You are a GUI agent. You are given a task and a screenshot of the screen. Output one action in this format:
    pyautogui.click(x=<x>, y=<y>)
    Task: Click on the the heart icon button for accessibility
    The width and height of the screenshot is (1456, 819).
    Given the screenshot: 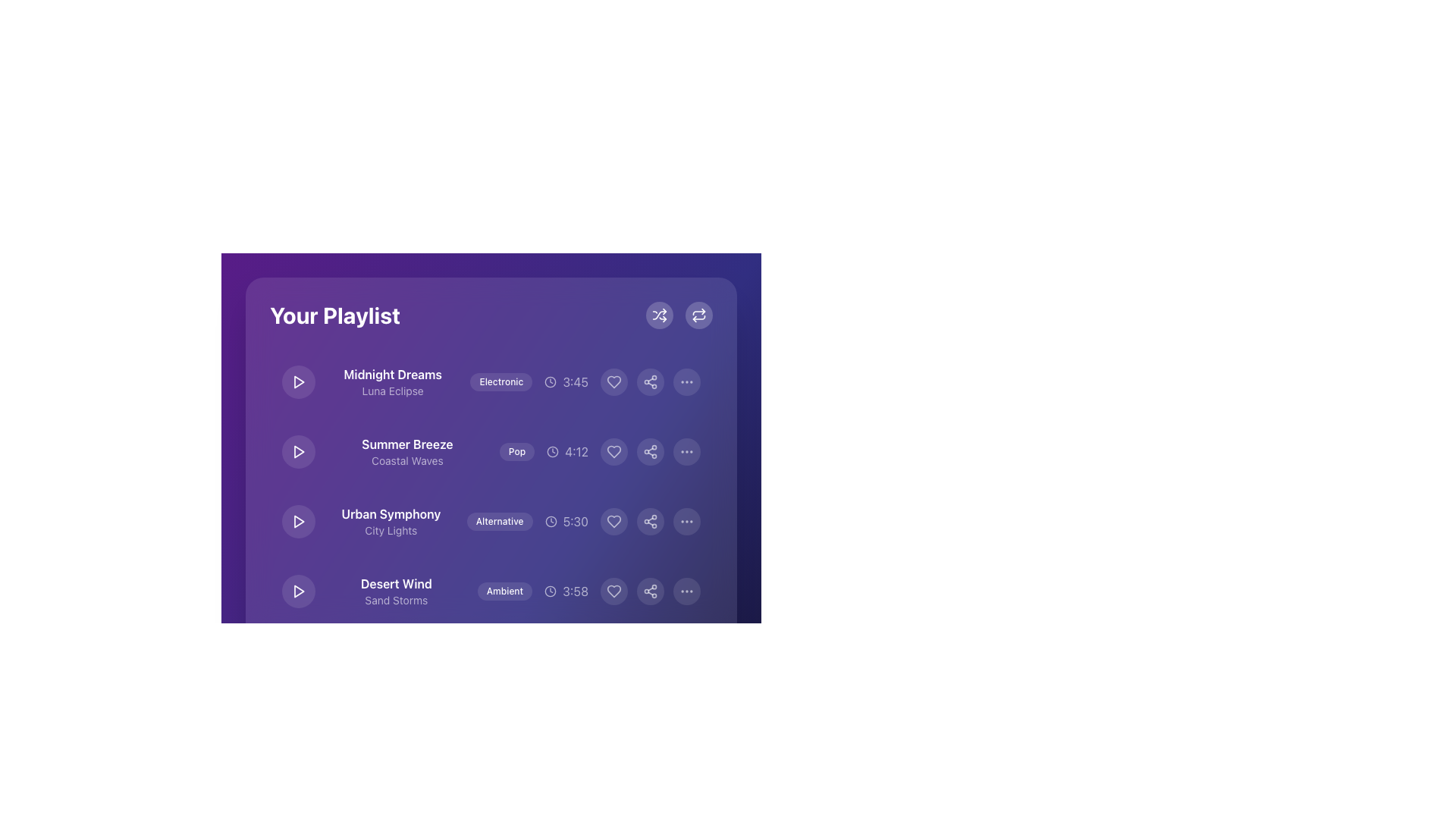 What is the action you would take?
    pyautogui.click(x=614, y=660)
    